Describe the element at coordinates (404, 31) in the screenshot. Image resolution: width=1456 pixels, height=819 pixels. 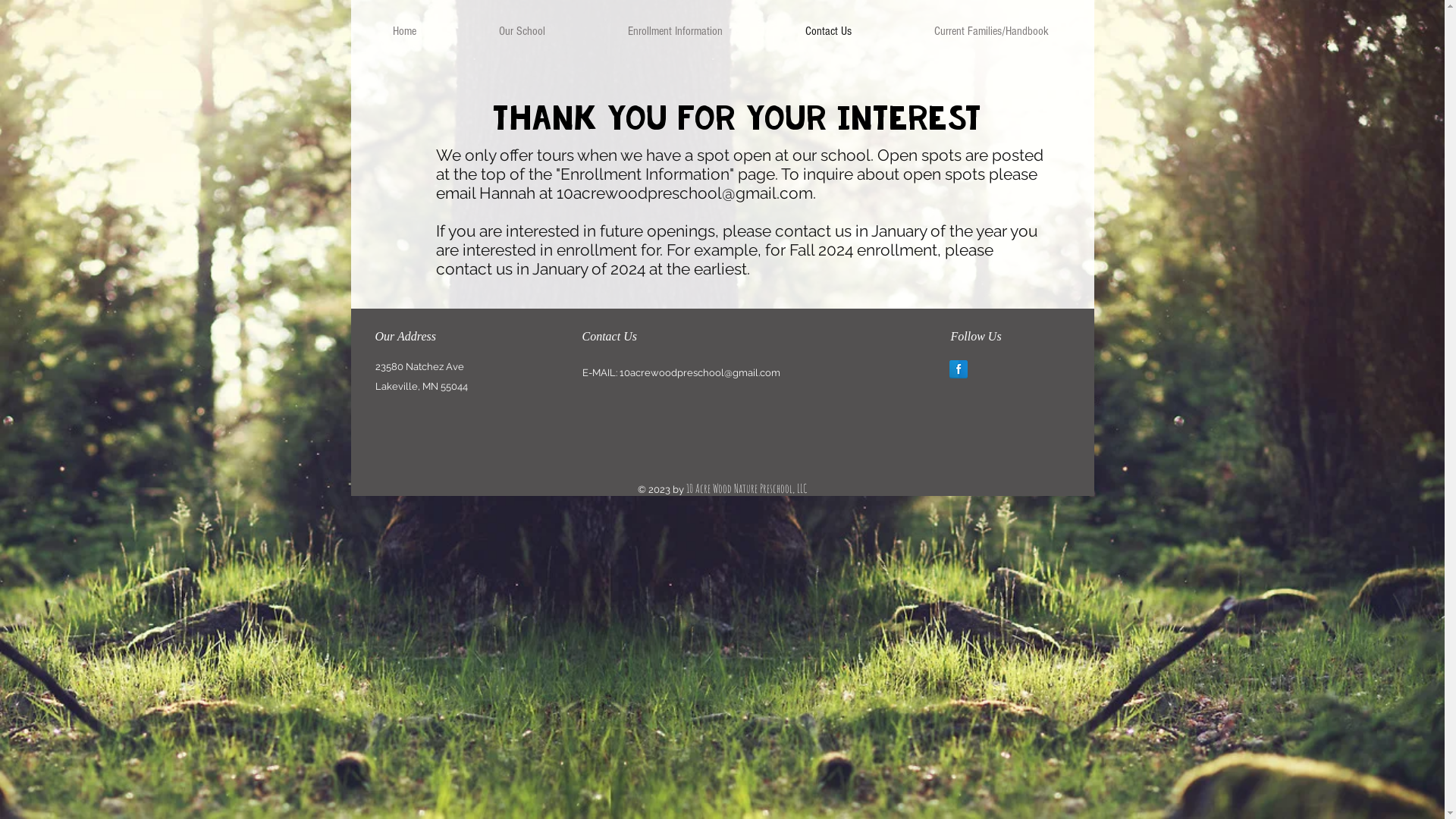
I see `'Home'` at that location.